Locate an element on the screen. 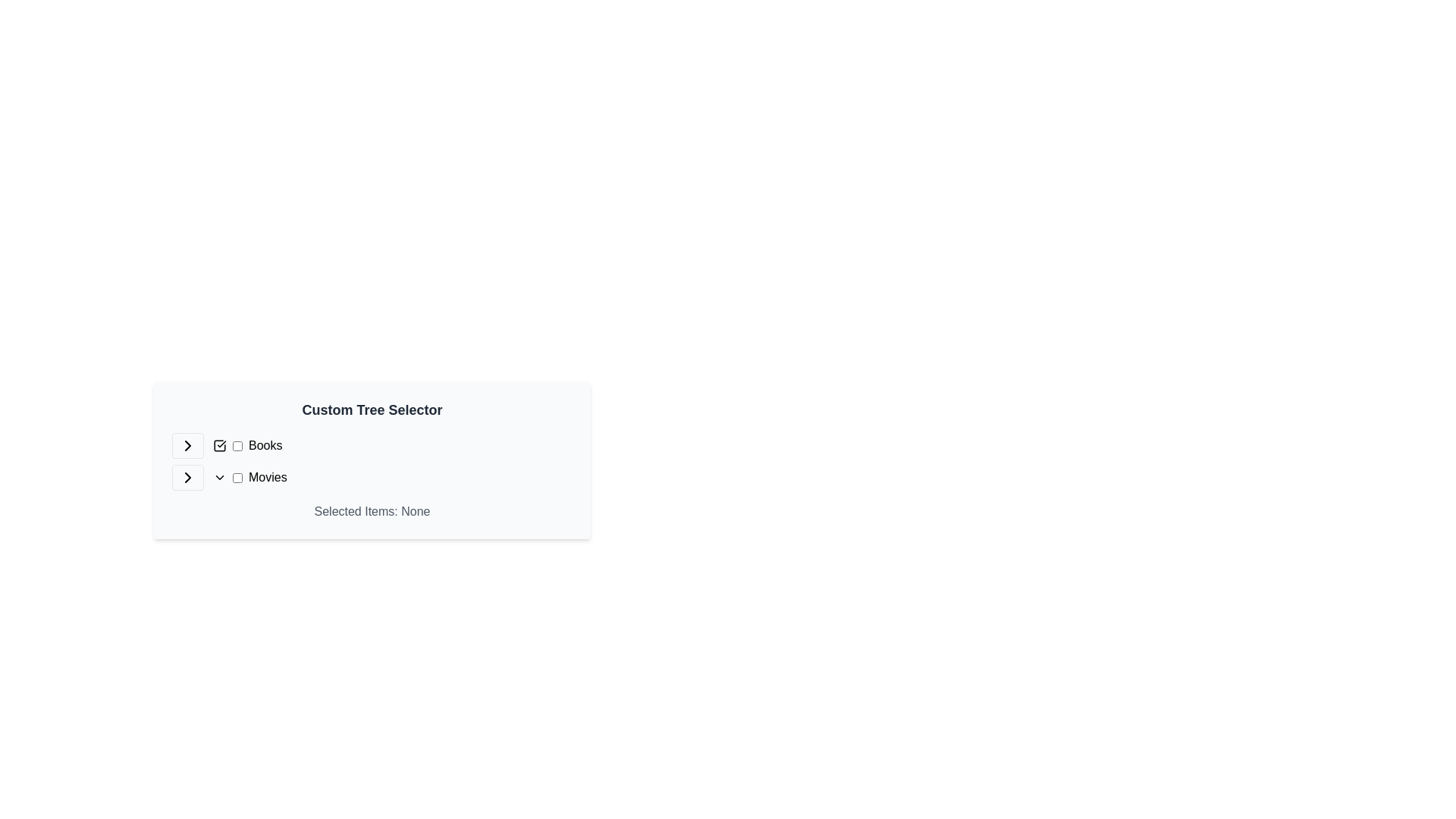 The height and width of the screenshot is (819, 1456). the red checkmark icon representing the selection state of the 'Books' option in the tree selector interface is located at coordinates (218, 444).